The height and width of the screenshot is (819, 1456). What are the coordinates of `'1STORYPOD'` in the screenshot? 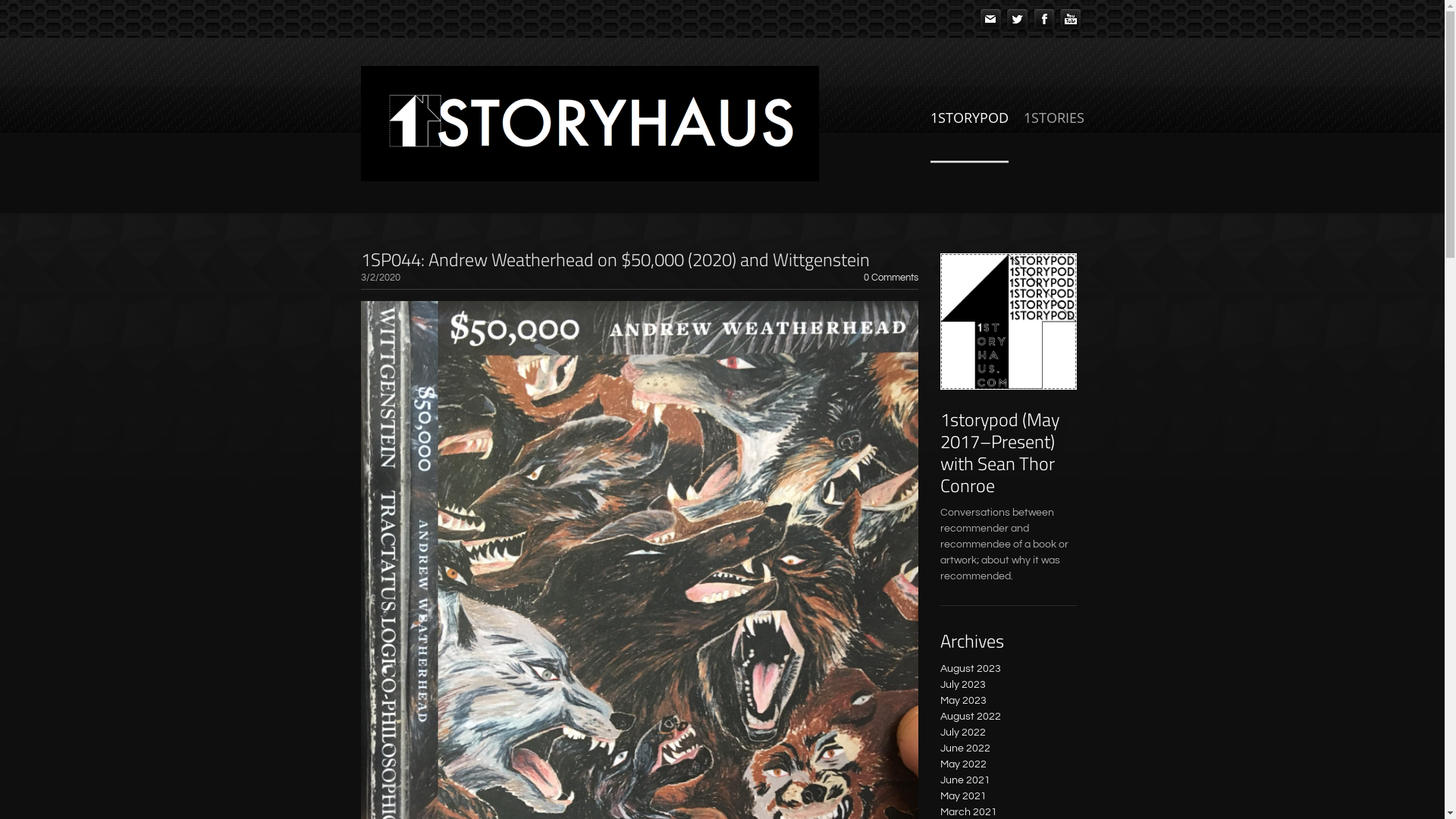 It's located at (968, 133).